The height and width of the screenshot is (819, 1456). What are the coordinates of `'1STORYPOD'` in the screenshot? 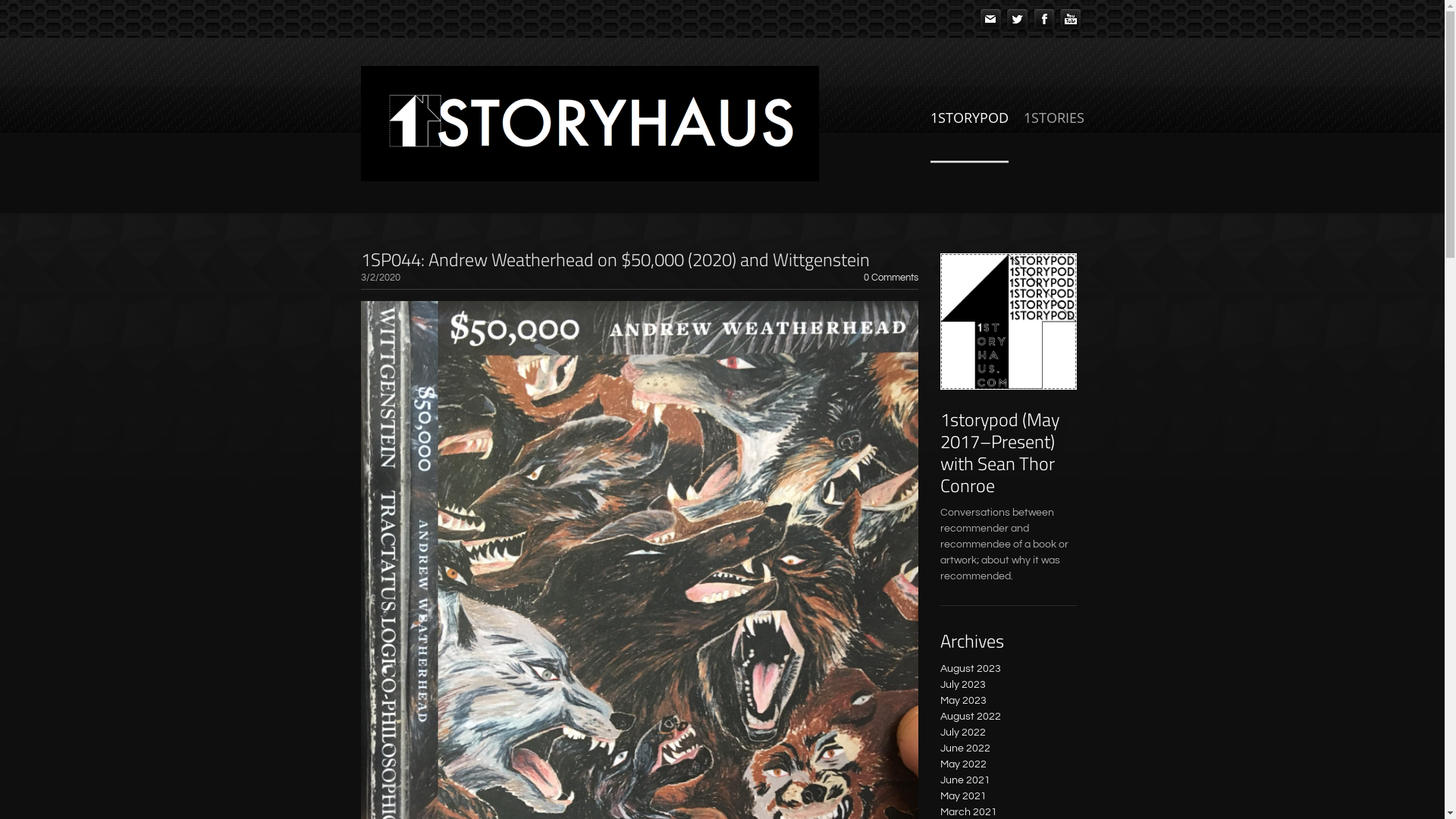 It's located at (968, 133).